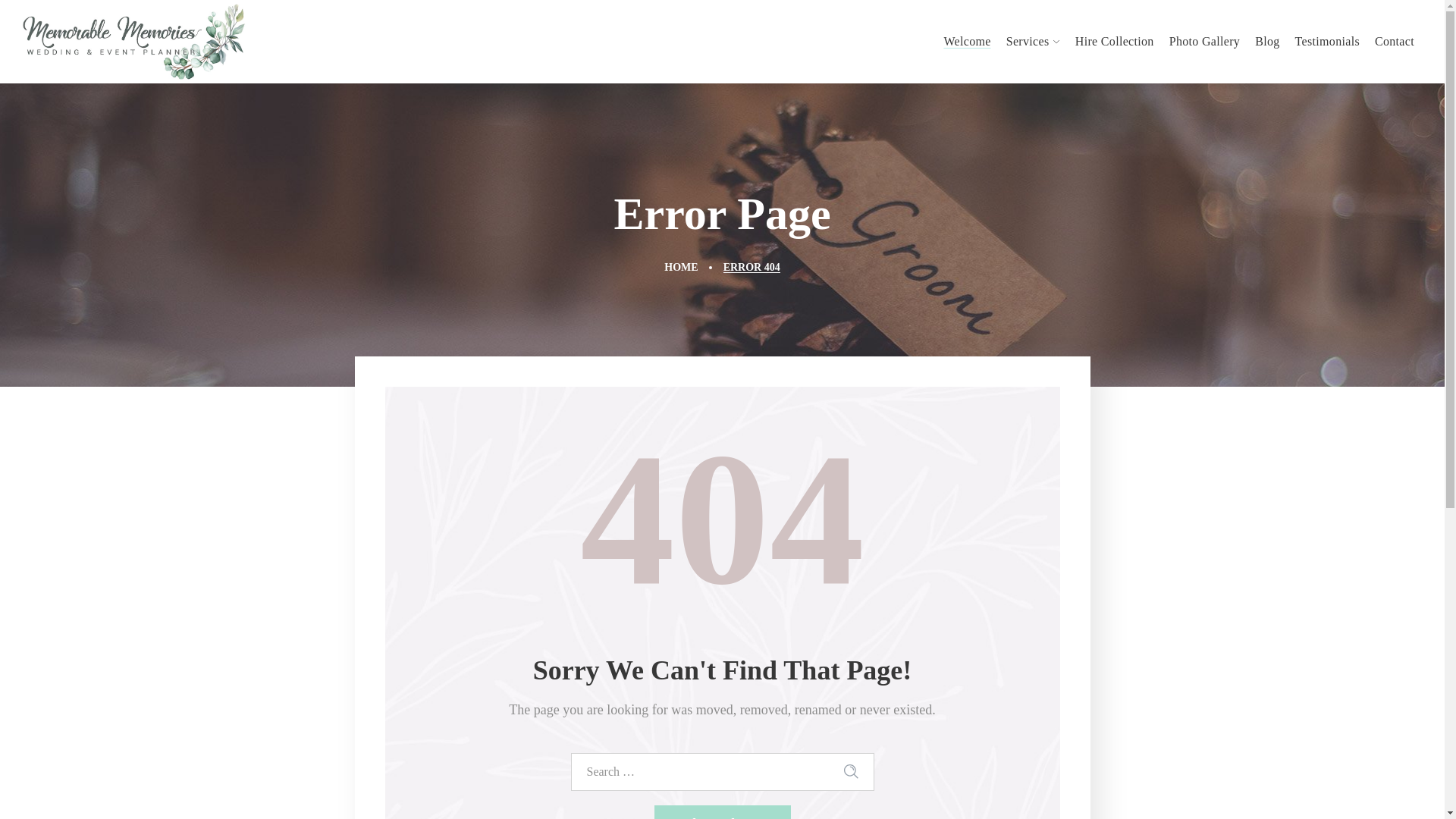 The height and width of the screenshot is (819, 1456). I want to click on 'Hire Collection', so click(1066, 40).